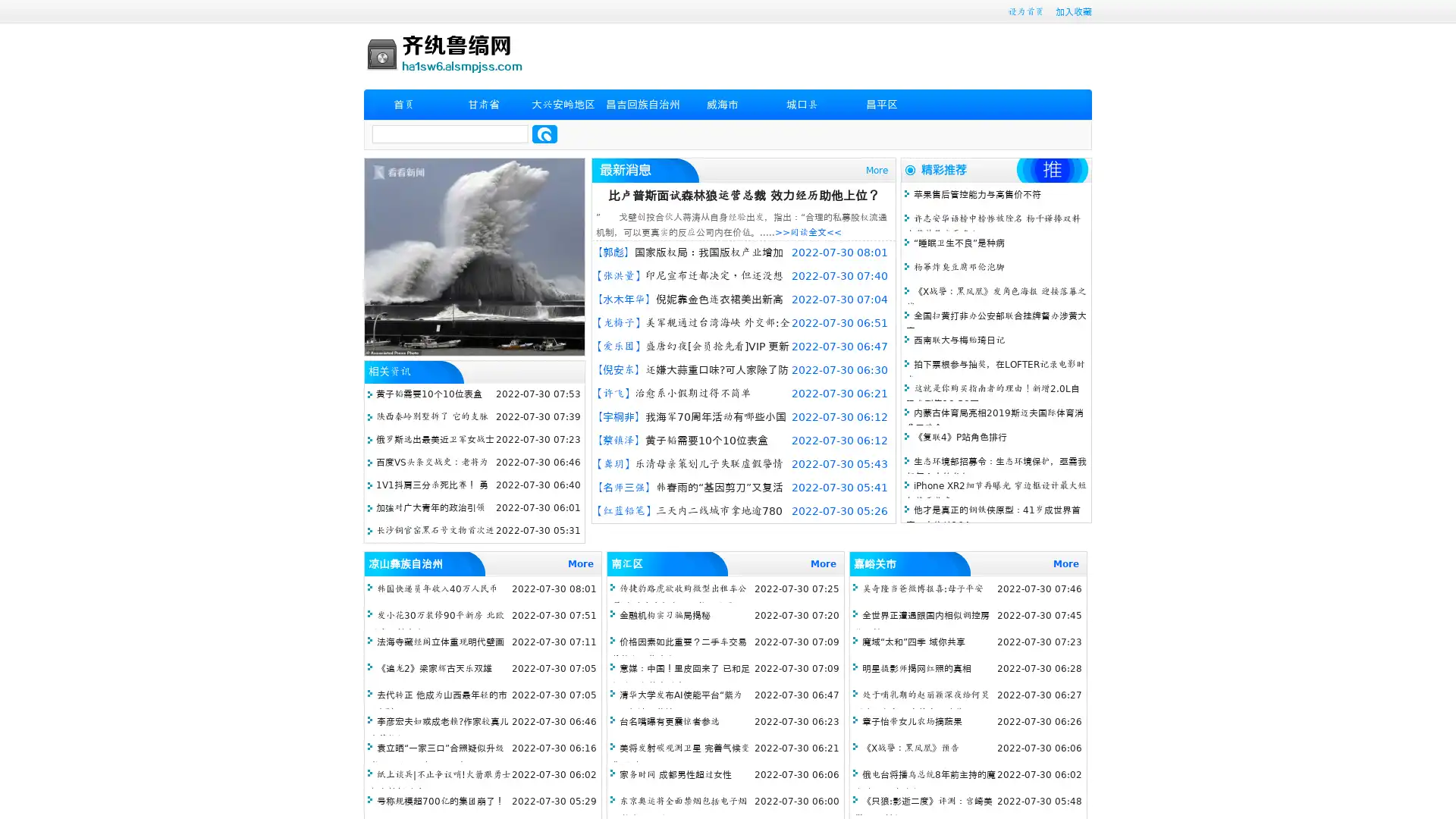 The height and width of the screenshot is (819, 1456). What do you see at coordinates (544, 133) in the screenshot?
I see `Search` at bounding box center [544, 133].